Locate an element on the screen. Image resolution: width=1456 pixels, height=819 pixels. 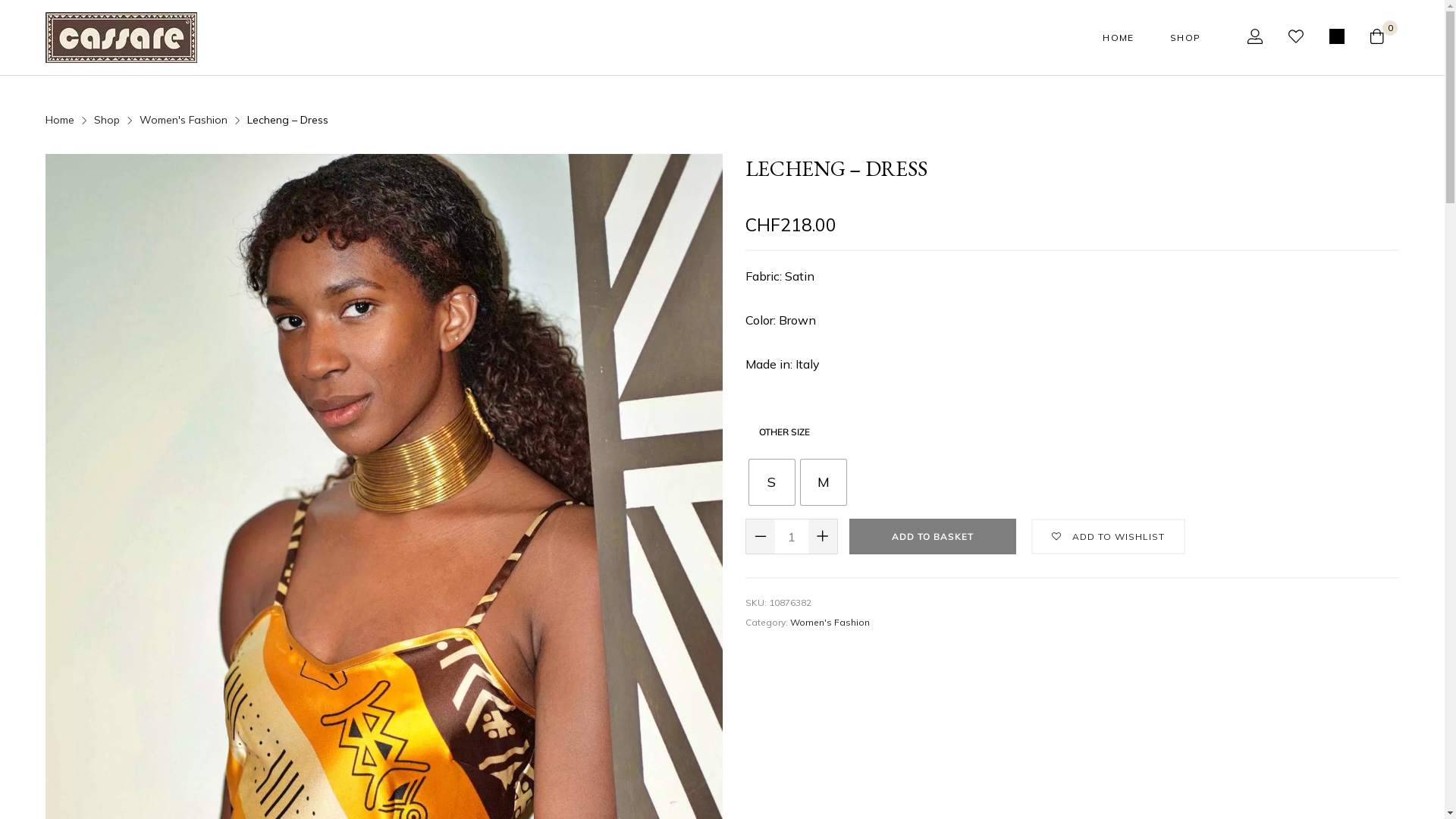
'Women's Fashion' is located at coordinates (829, 622).